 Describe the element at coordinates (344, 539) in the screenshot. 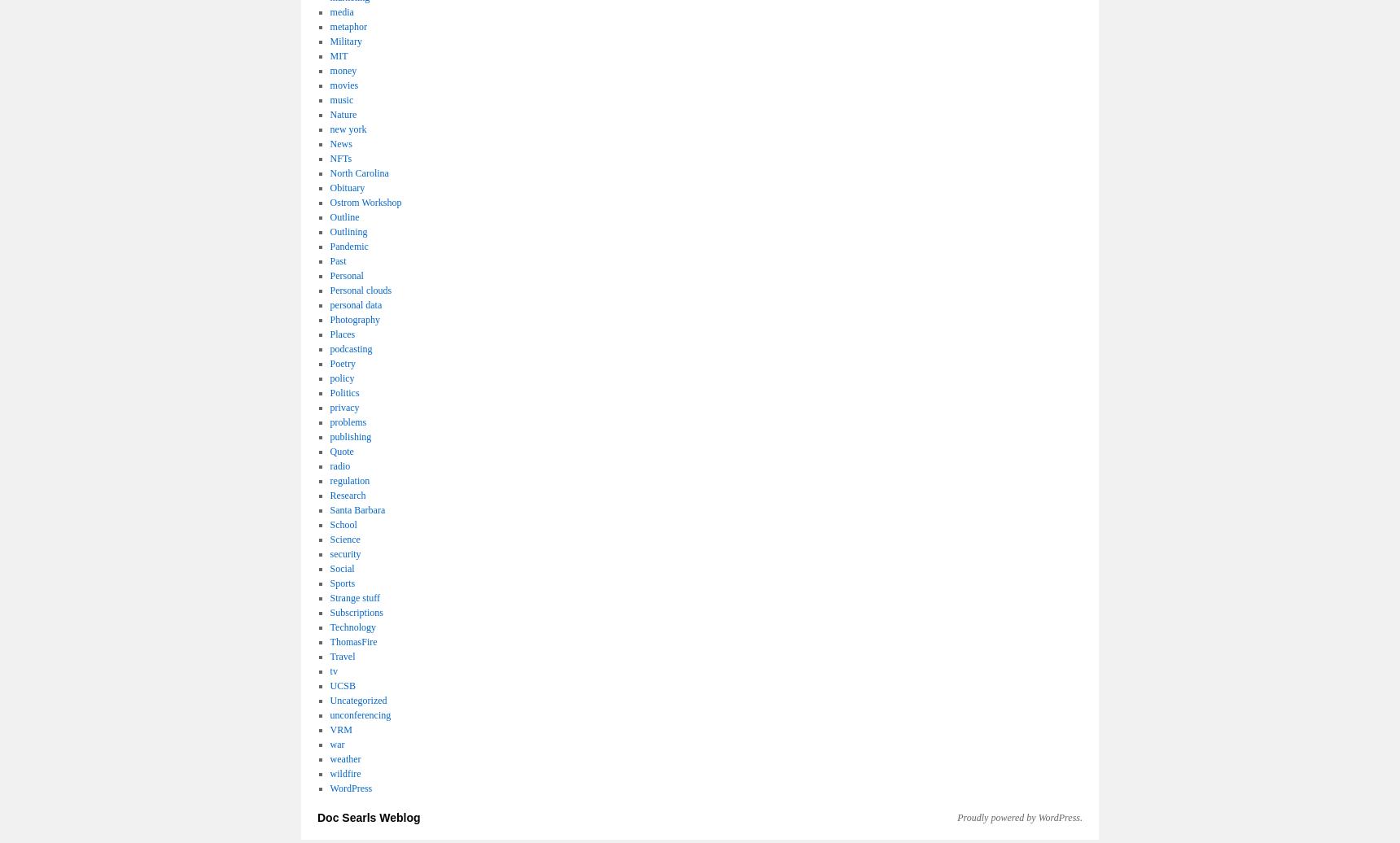

I see `'Science'` at that location.